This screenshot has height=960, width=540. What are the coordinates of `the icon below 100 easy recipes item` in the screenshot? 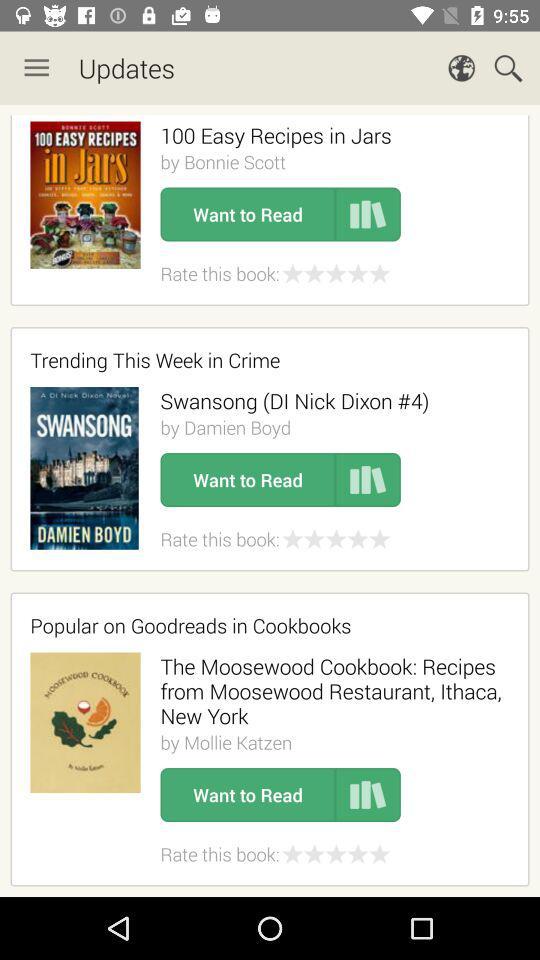 It's located at (222, 161).